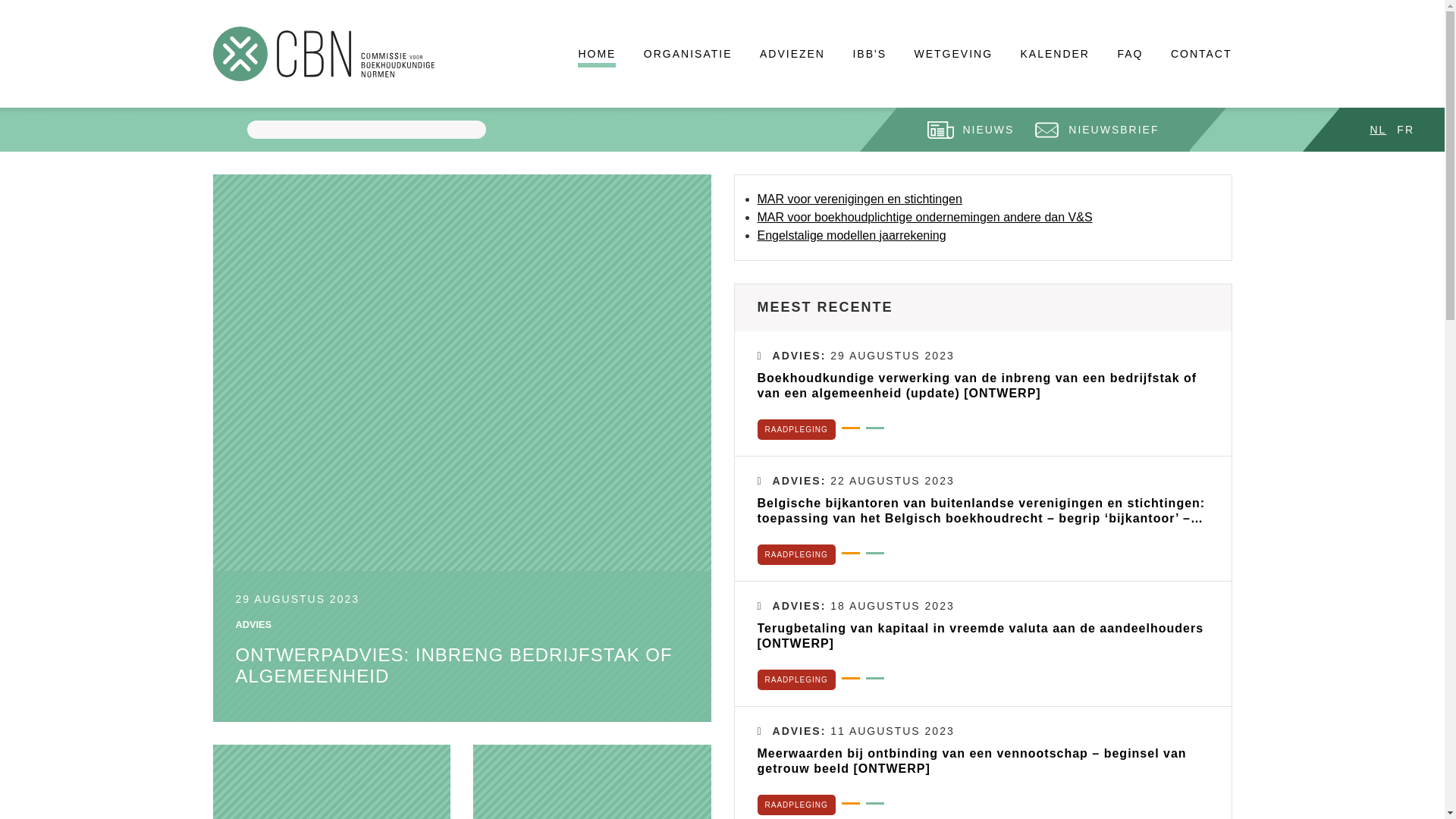  I want to click on 'MAR voor verenigingen en stichtingen', so click(858, 198).